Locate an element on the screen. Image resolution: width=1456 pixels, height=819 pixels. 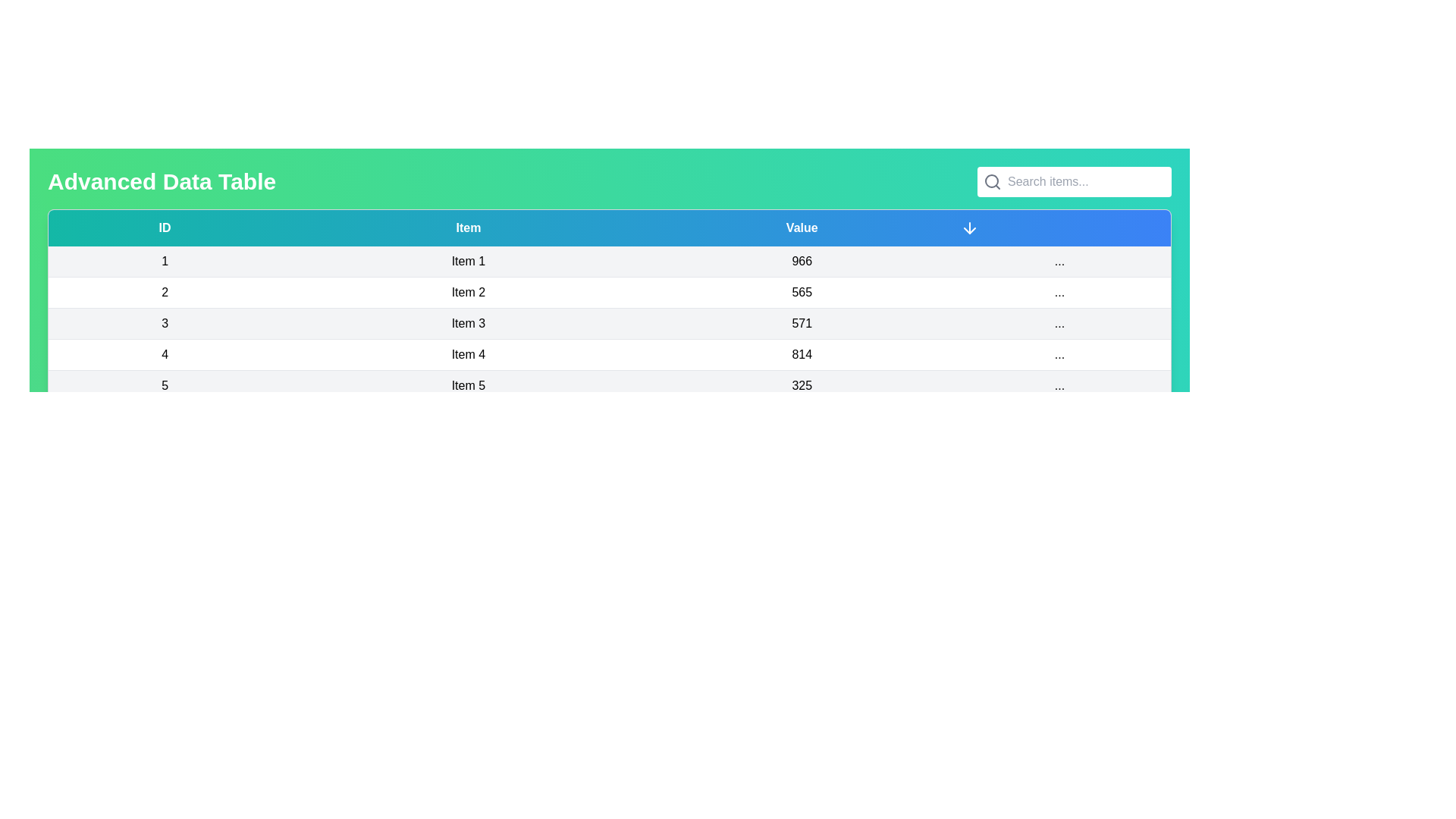
the text in the row corresponding to 3 is located at coordinates (164, 323).